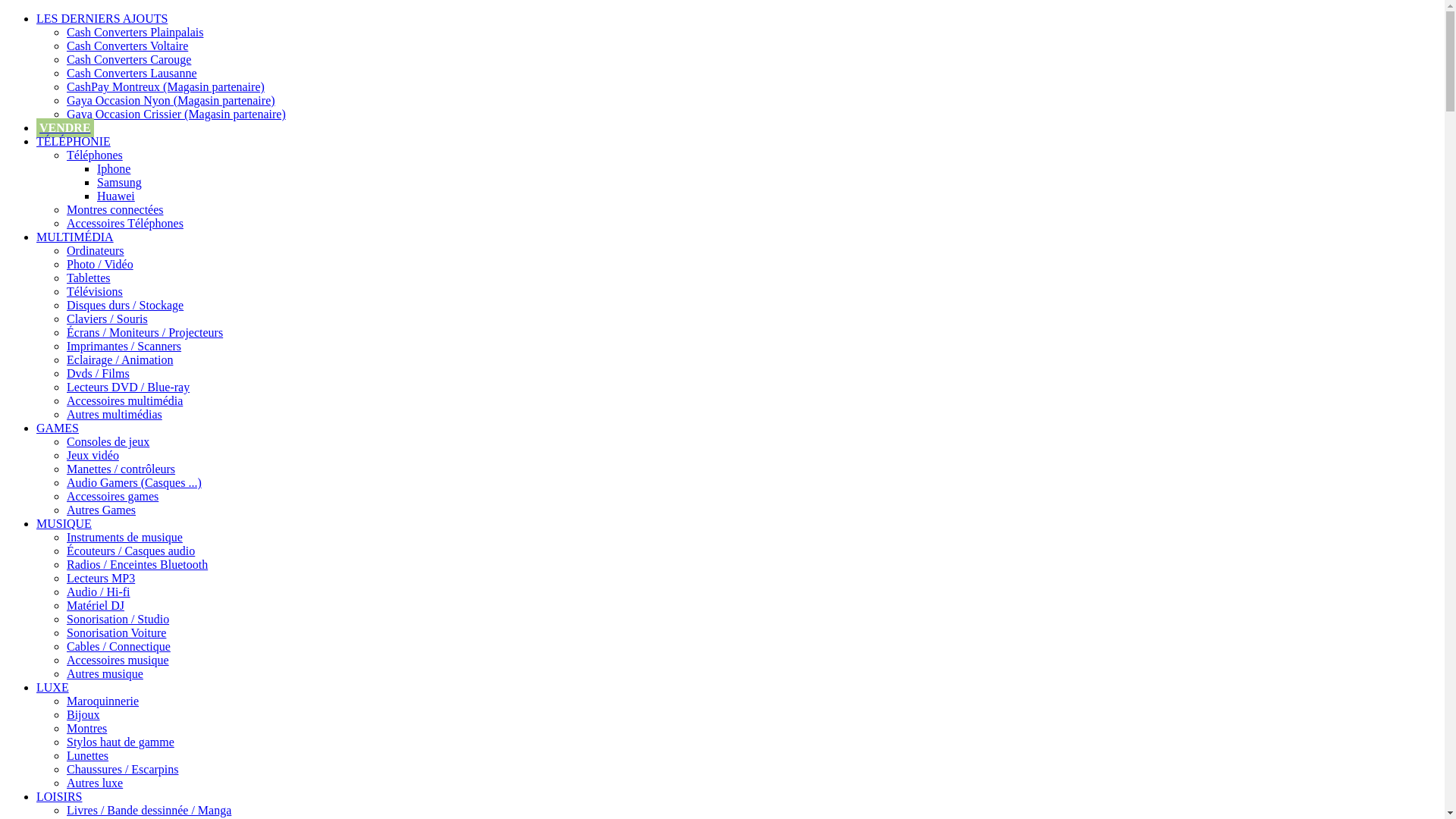  I want to click on 'Audio Gamers (Casques ...)', so click(134, 482).